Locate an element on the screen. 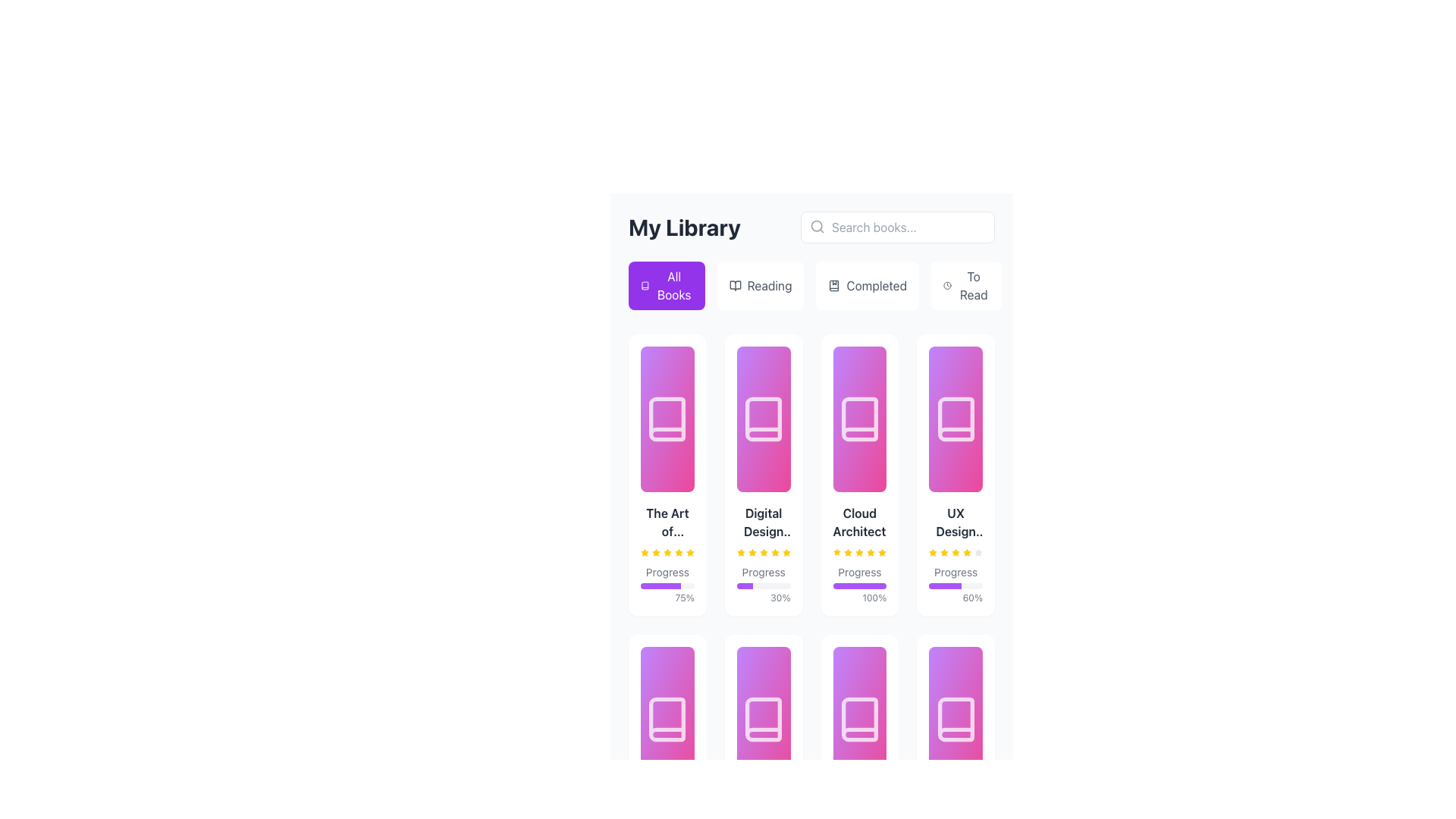  the Content card component in the 'My Library' section is located at coordinates (955, 554).